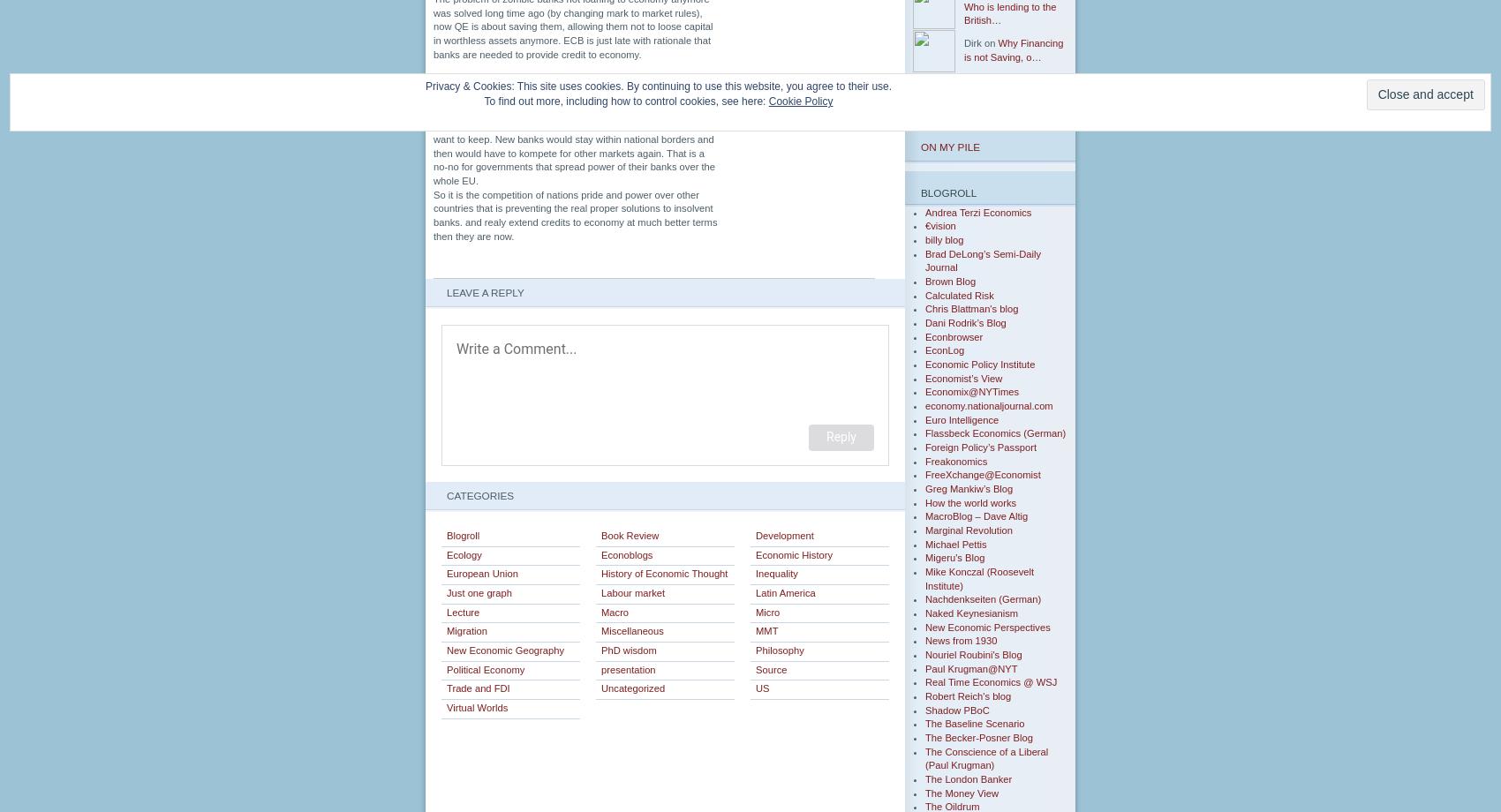 This screenshot has width=1501, height=812. Describe the element at coordinates (484, 292) in the screenshot. I see `'Leave a Reply'` at that location.